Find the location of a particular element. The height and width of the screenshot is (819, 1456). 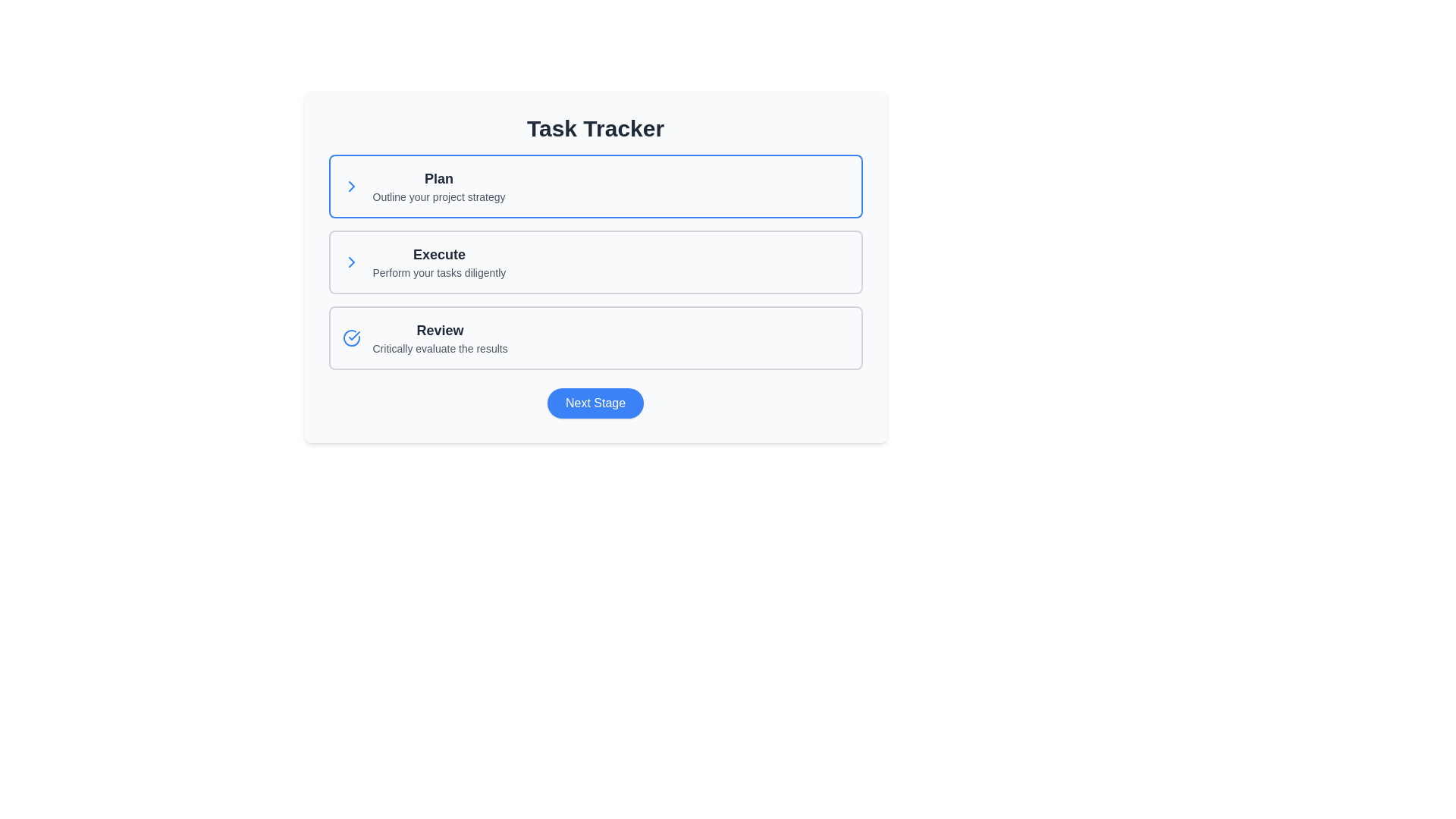

the Text Label located directly beneath the 'Plan' title in the task tracker interface to provide additional context regarding the section is located at coordinates (438, 196).